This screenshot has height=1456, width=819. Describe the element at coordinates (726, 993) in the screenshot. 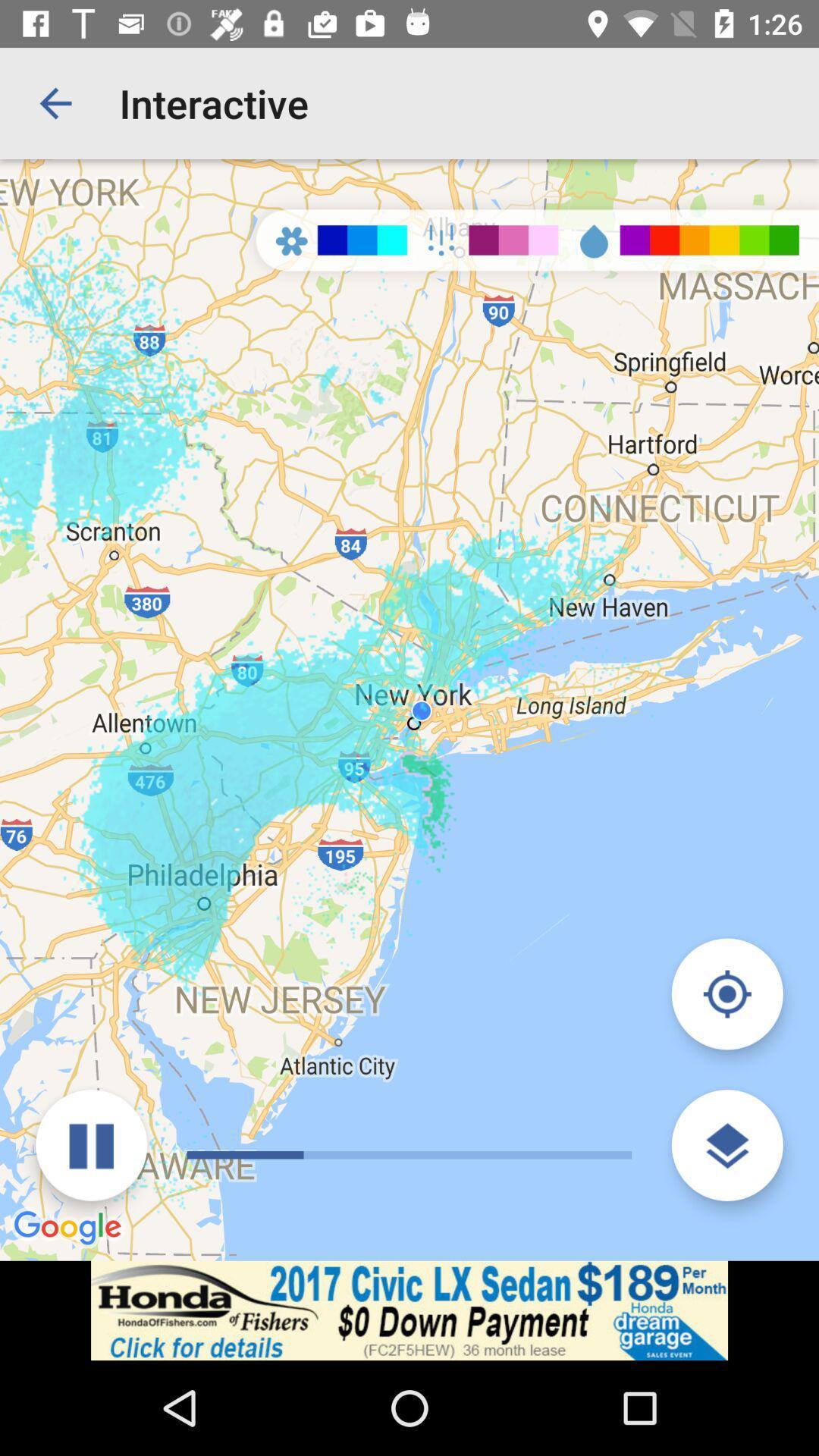

I see `show my location` at that location.